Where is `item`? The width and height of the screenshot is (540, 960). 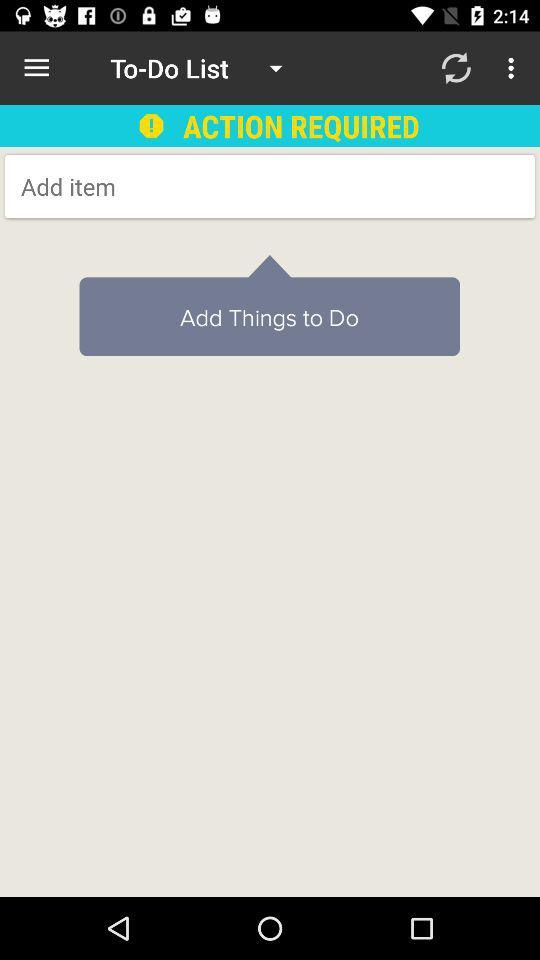
item is located at coordinates (181, 186).